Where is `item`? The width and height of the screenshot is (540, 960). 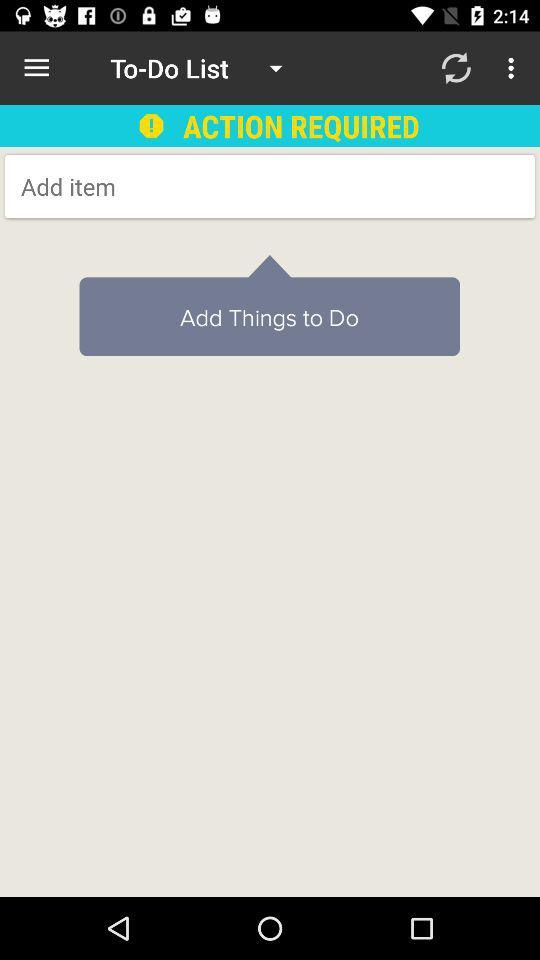
item is located at coordinates (181, 186).